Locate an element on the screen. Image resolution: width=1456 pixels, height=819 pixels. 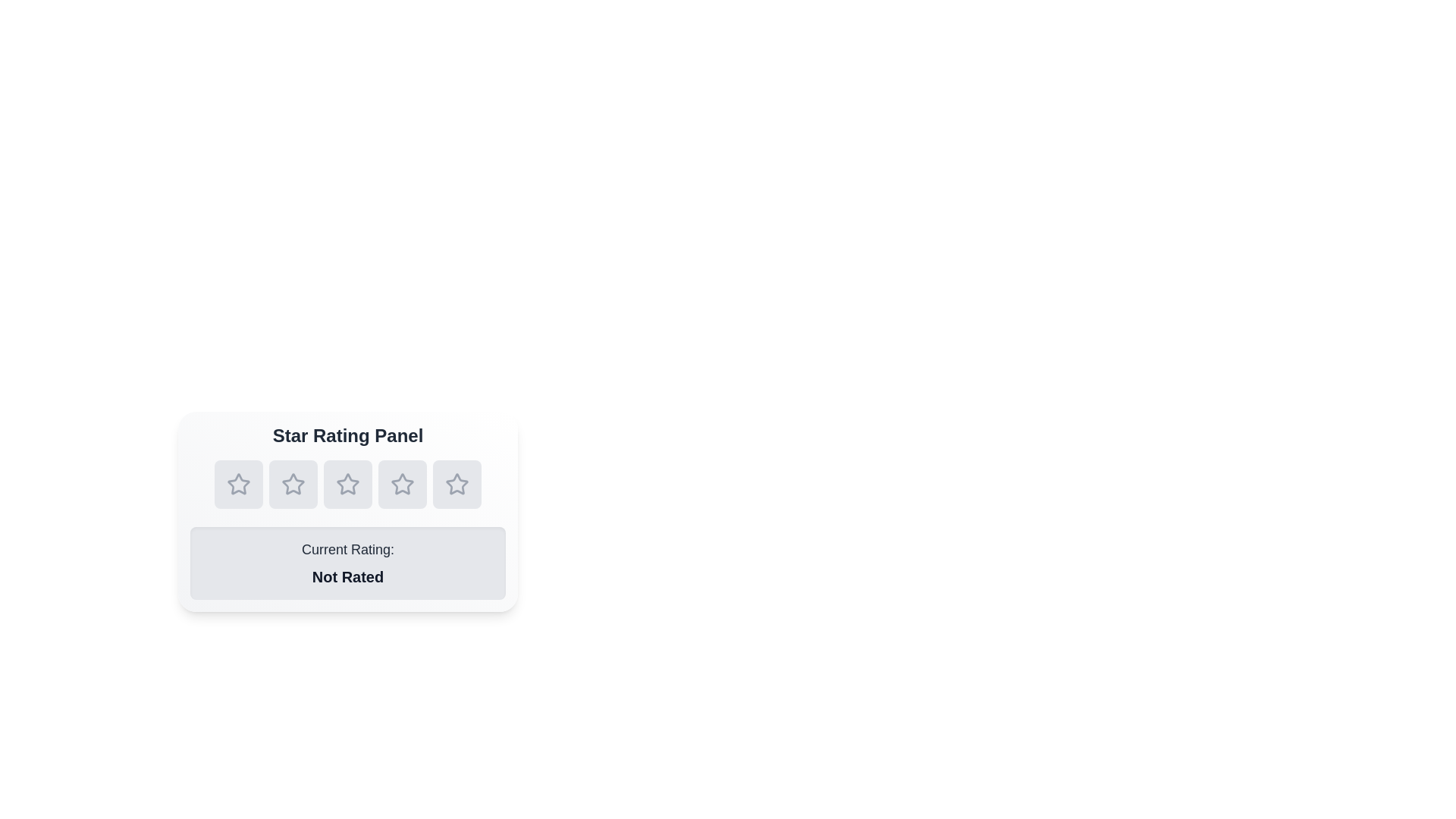
the 'Not Rated' text label, which is bold and large, centered in a light-gray background, located towards the bottom of a card-like component following the 'Current Rating:' label is located at coordinates (347, 576).